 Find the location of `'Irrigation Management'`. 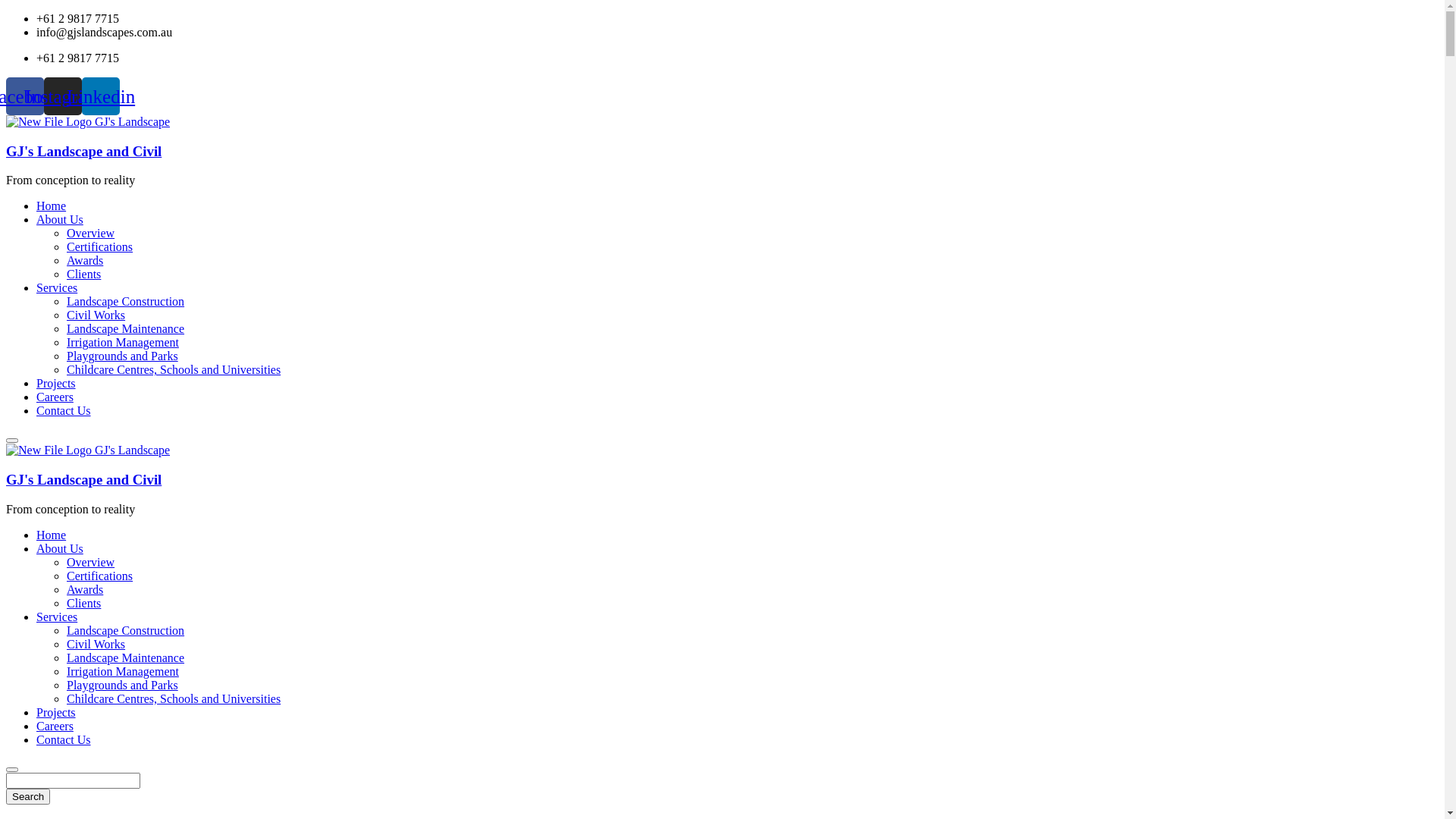

'Irrigation Management' is located at coordinates (123, 670).